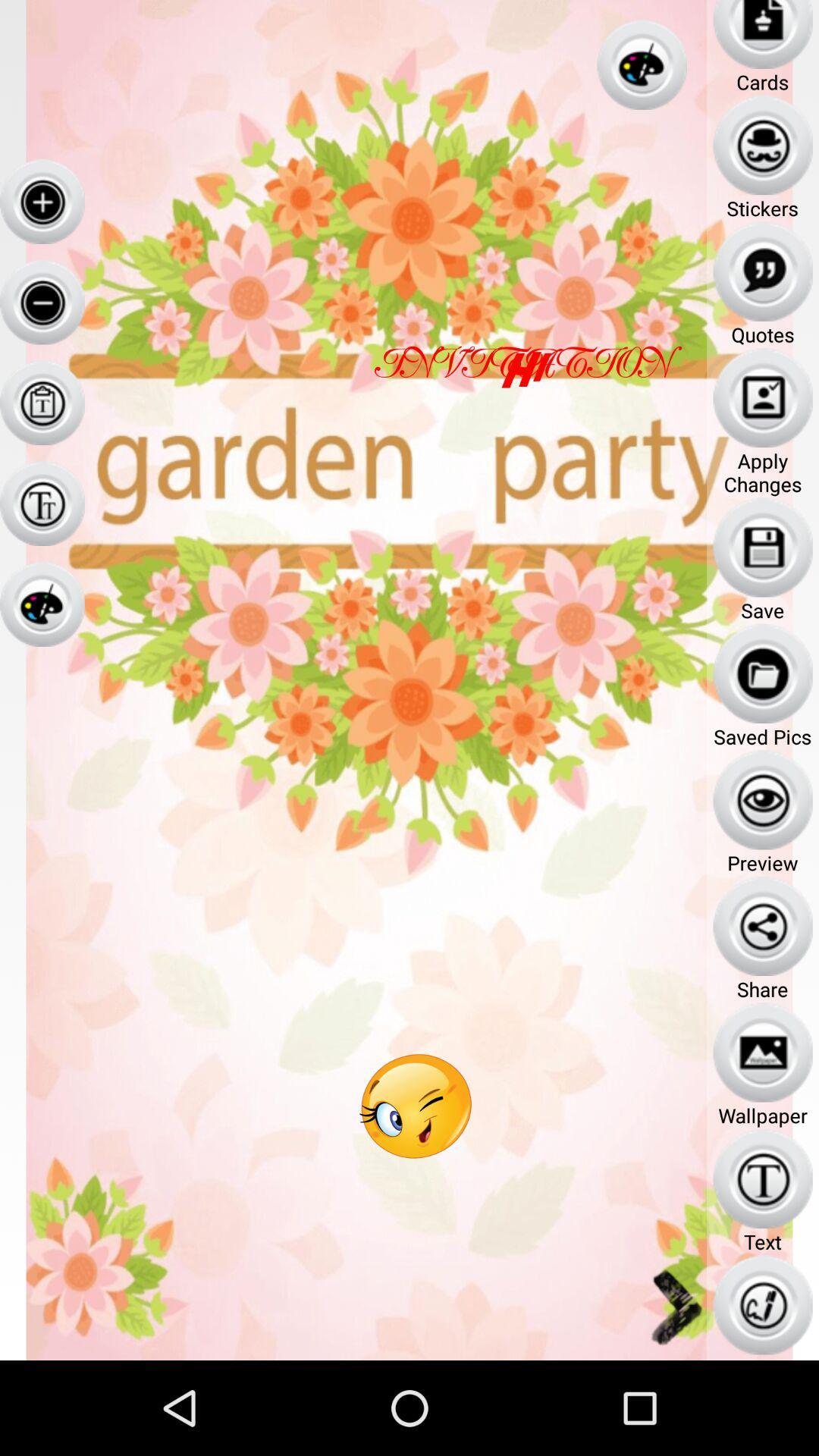 Image resolution: width=819 pixels, height=1456 pixels. What do you see at coordinates (674, 1306) in the screenshot?
I see `the right scroll button` at bounding box center [674, 1306].